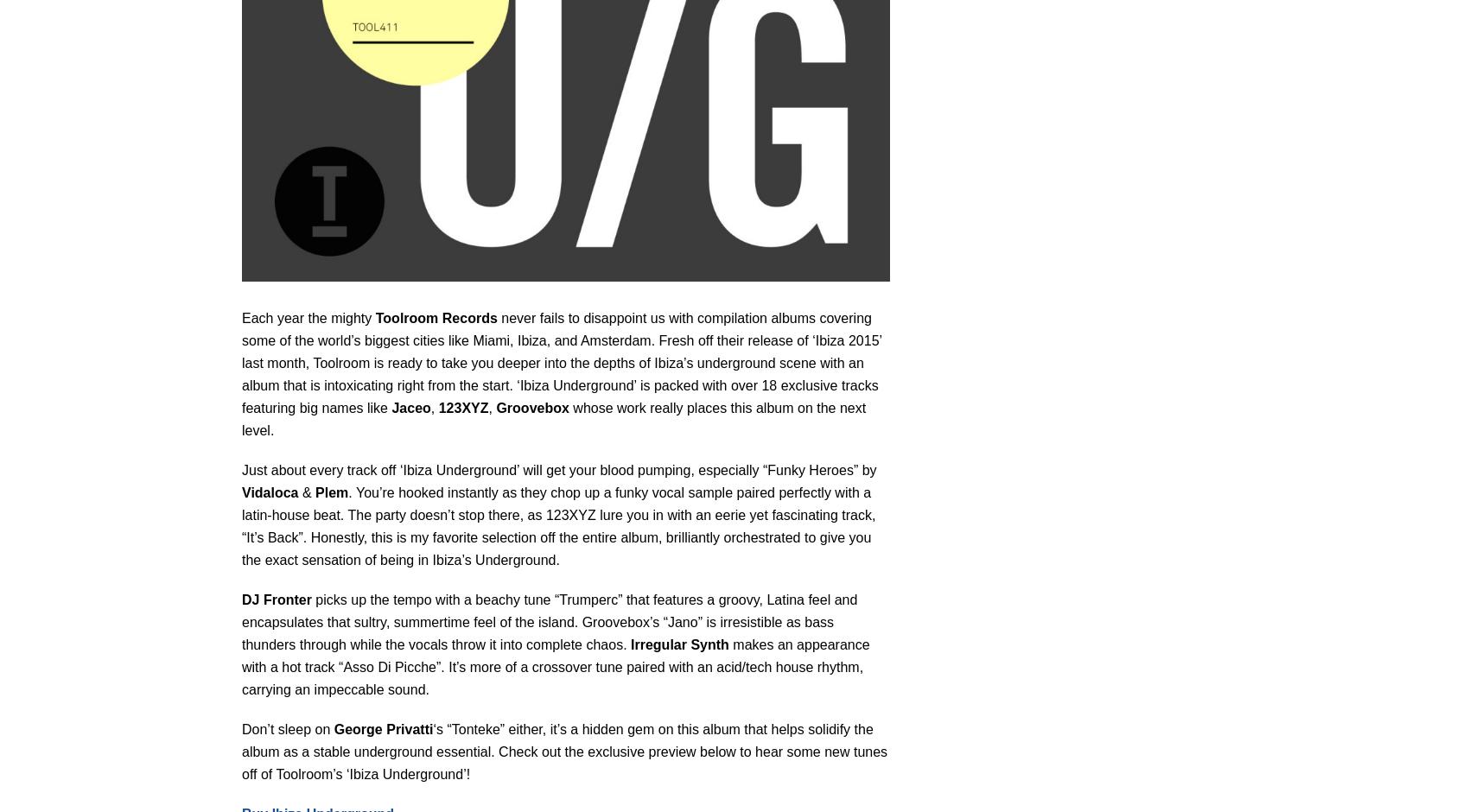  I want to click on '&', so click(305, 492).